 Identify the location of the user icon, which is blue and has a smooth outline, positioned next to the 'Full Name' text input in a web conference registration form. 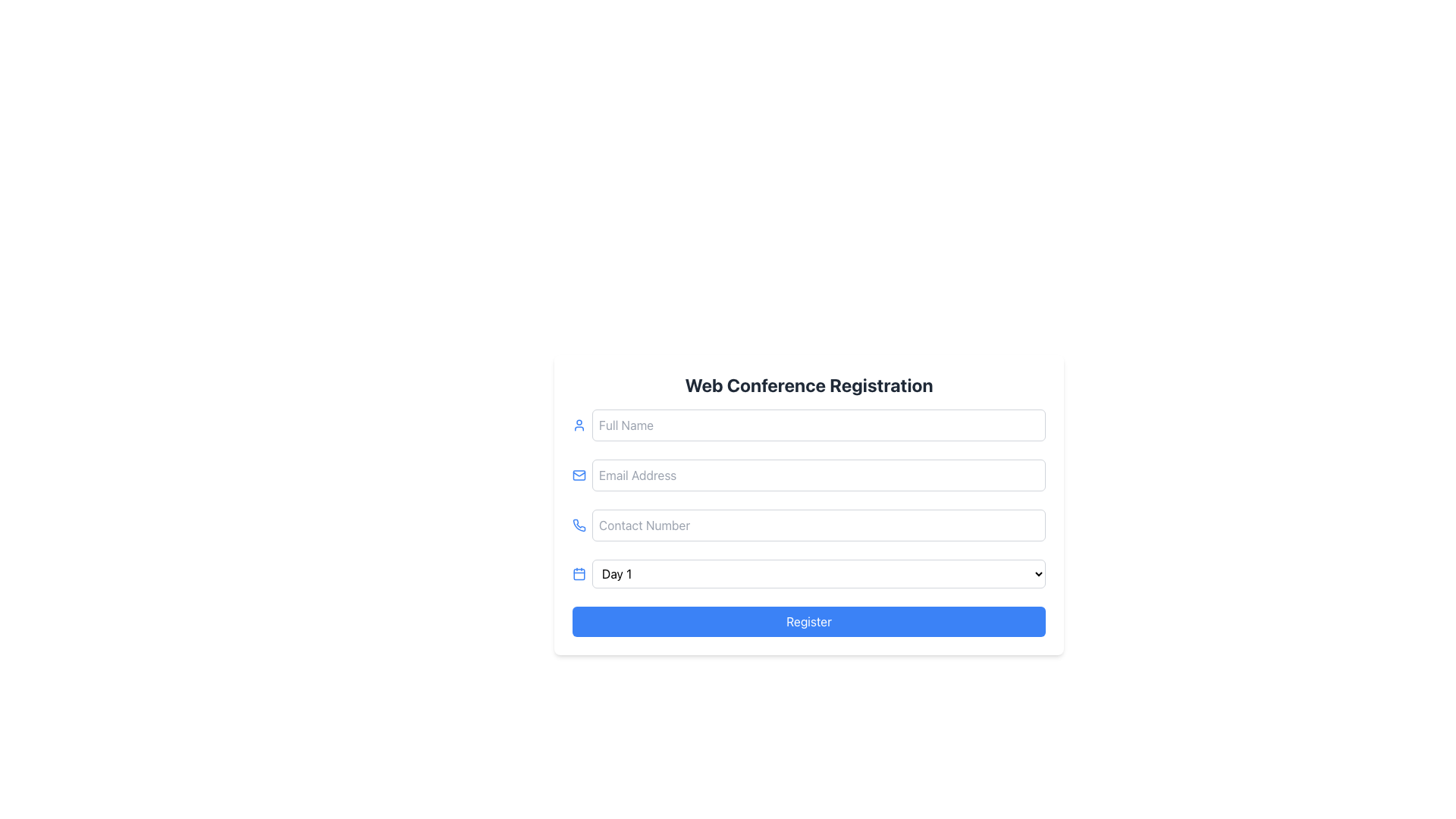
(578, 425).